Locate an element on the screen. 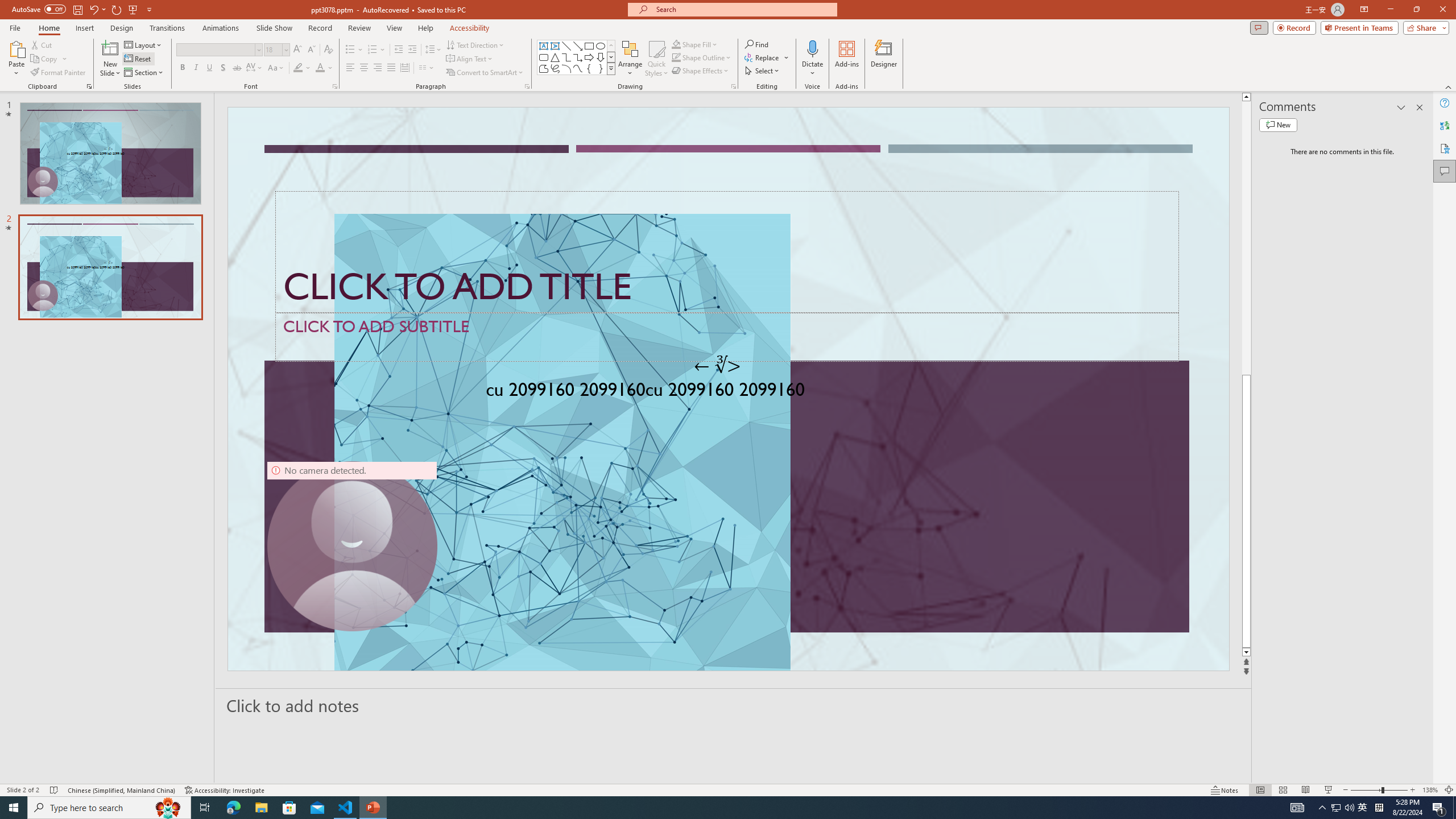 The height and width of the screenshot is (819, 1456). 'Subtitle TextBox' is located at coordinates (726, 336).